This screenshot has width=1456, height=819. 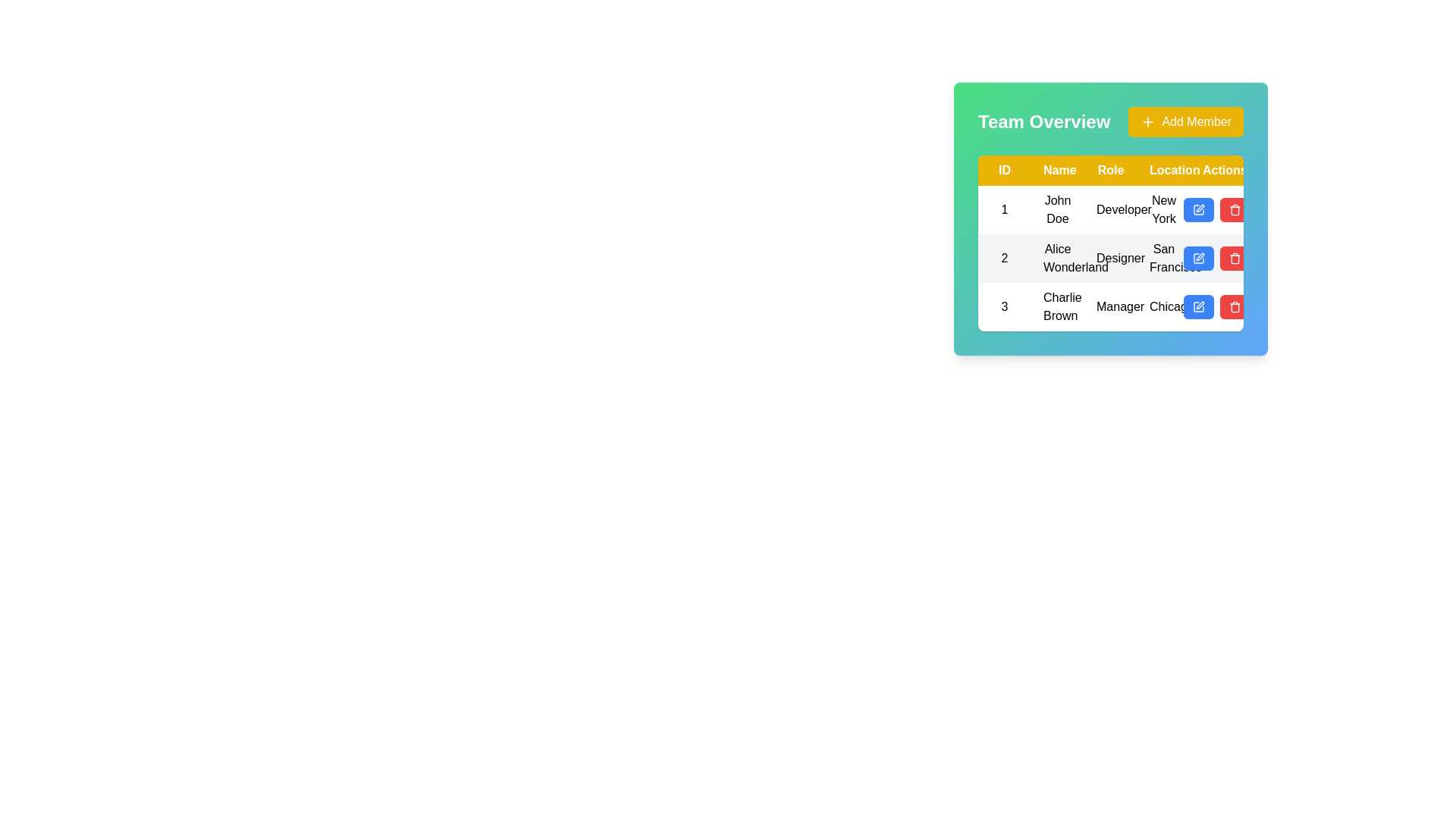 I want to click on the blue button with a pencil icon in the 'Actions' column of the second row for 'Alice Wonderland', so click(x=1197, y=257).